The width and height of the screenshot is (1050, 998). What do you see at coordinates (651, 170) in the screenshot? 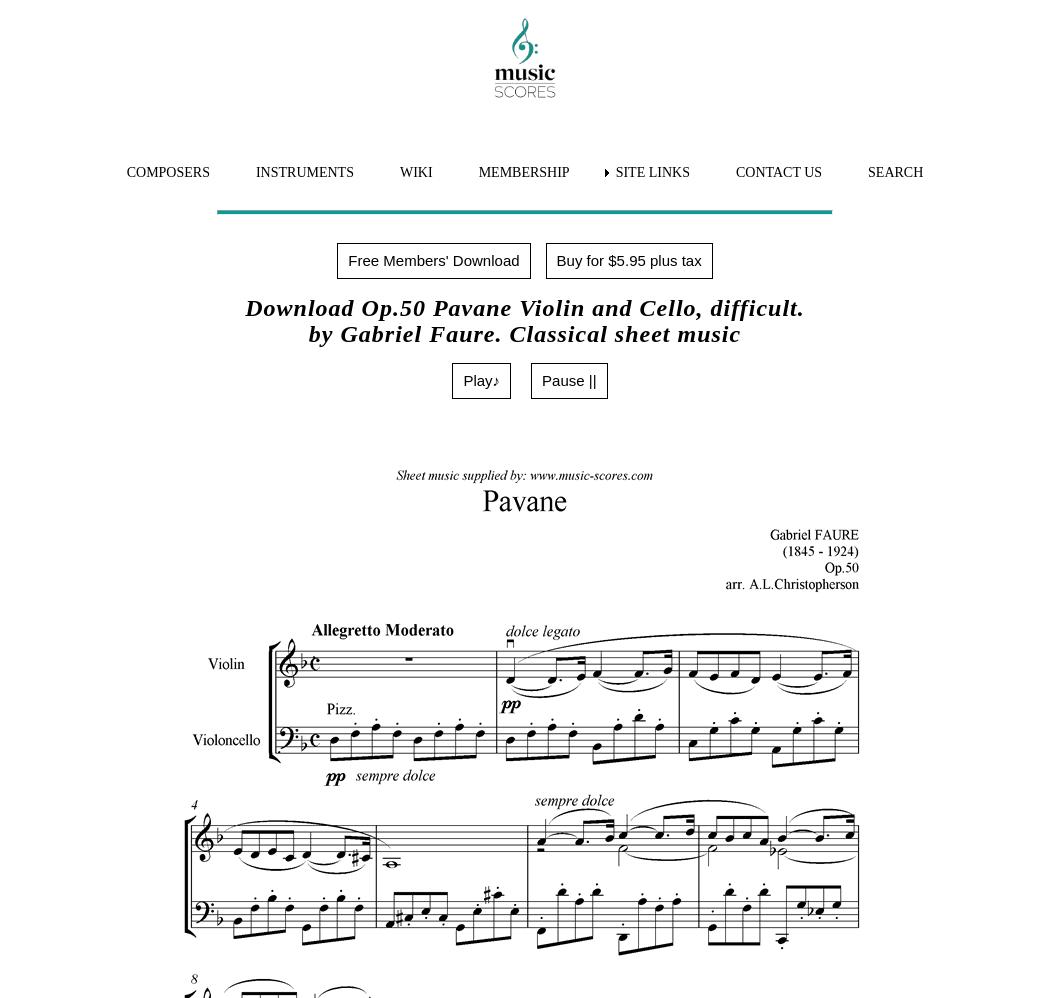
I see `'SITE LINKS'` at bounding box center [651, 170].